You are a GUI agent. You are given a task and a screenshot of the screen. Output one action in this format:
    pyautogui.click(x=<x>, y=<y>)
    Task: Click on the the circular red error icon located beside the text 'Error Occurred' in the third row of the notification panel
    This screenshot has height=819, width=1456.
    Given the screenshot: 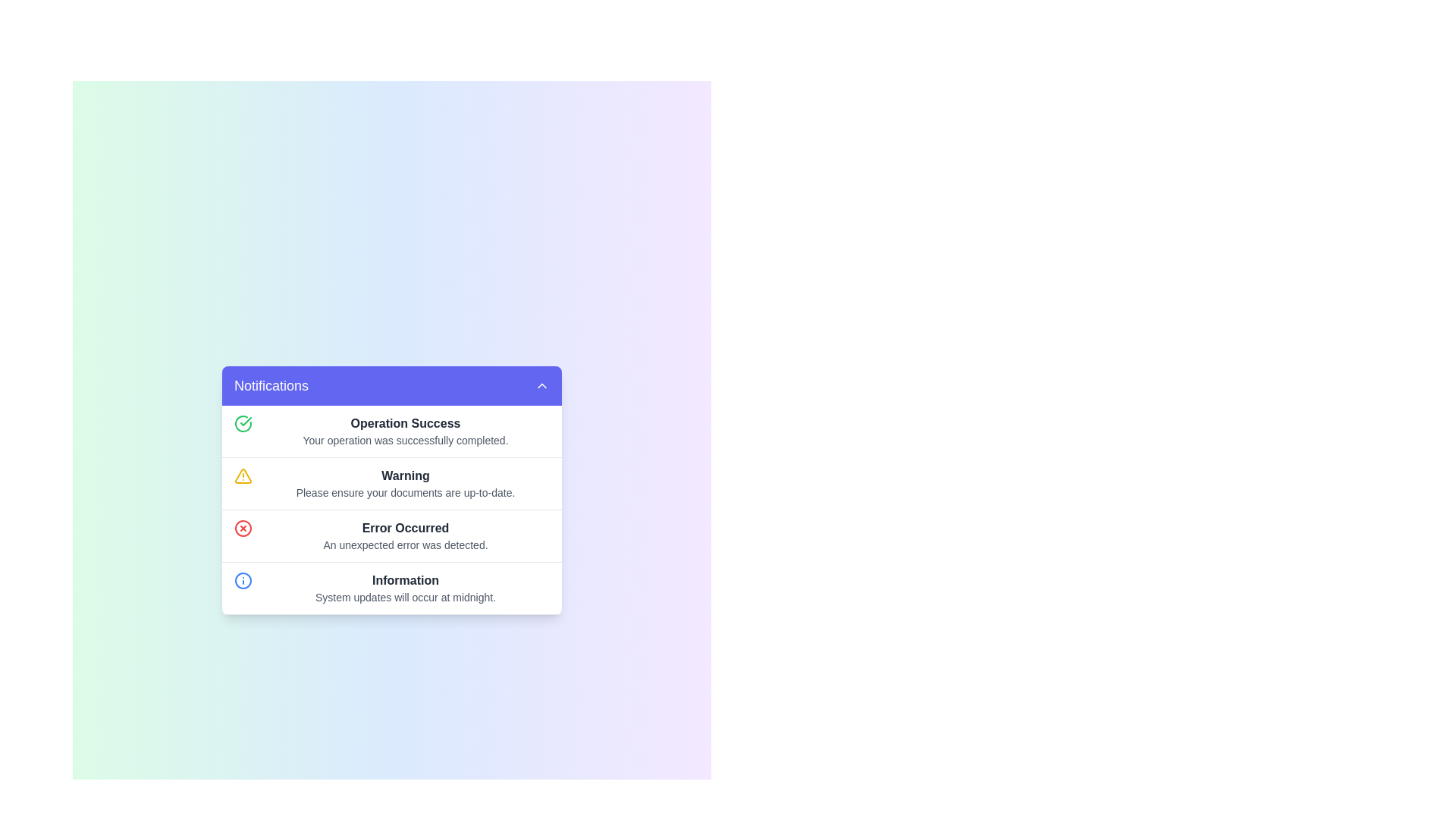 What is the action you would take?
    pyautogui.click(x=243, y=528)
    